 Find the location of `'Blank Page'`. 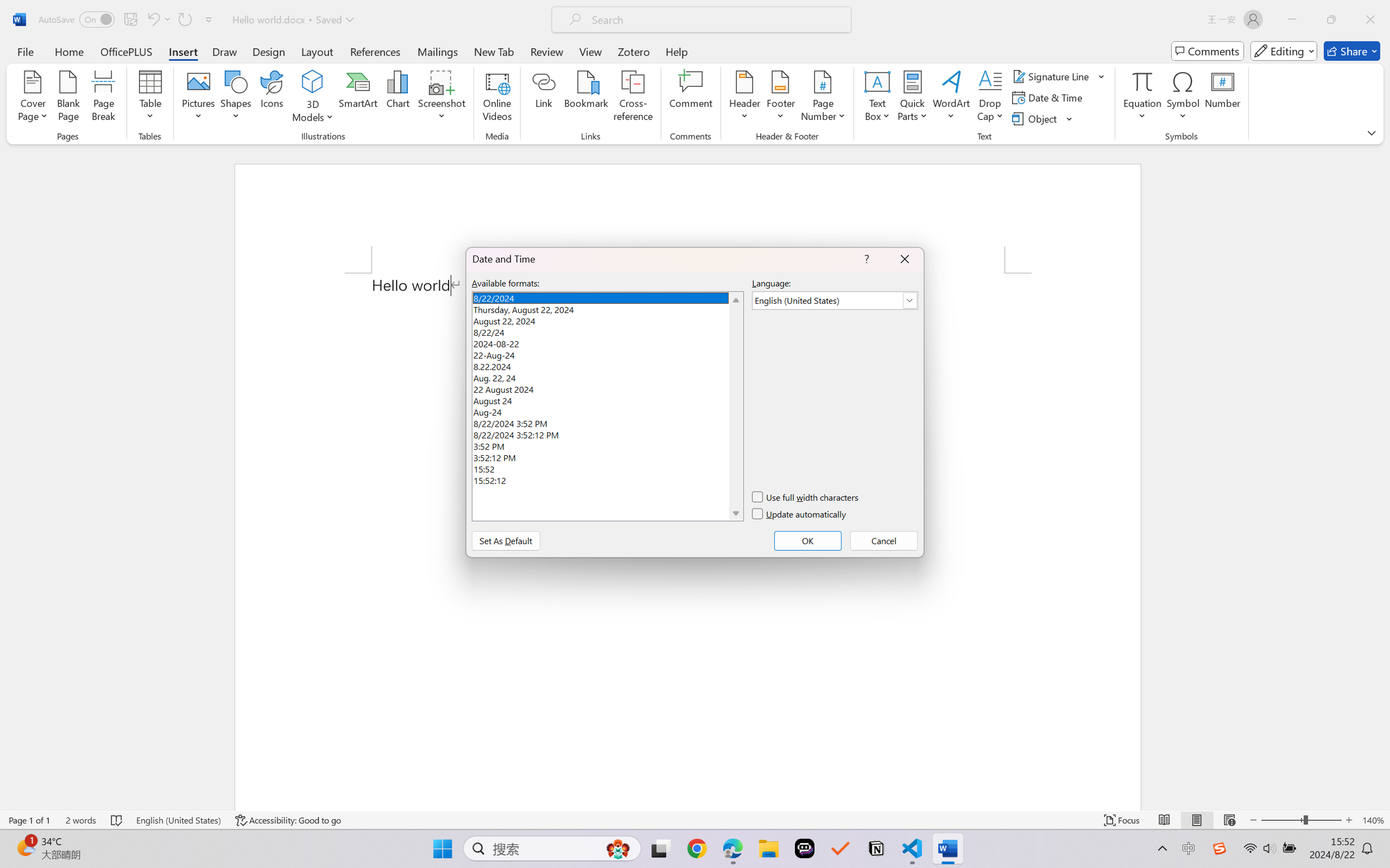

'Blank Page' is located at coordinates (67, 98).